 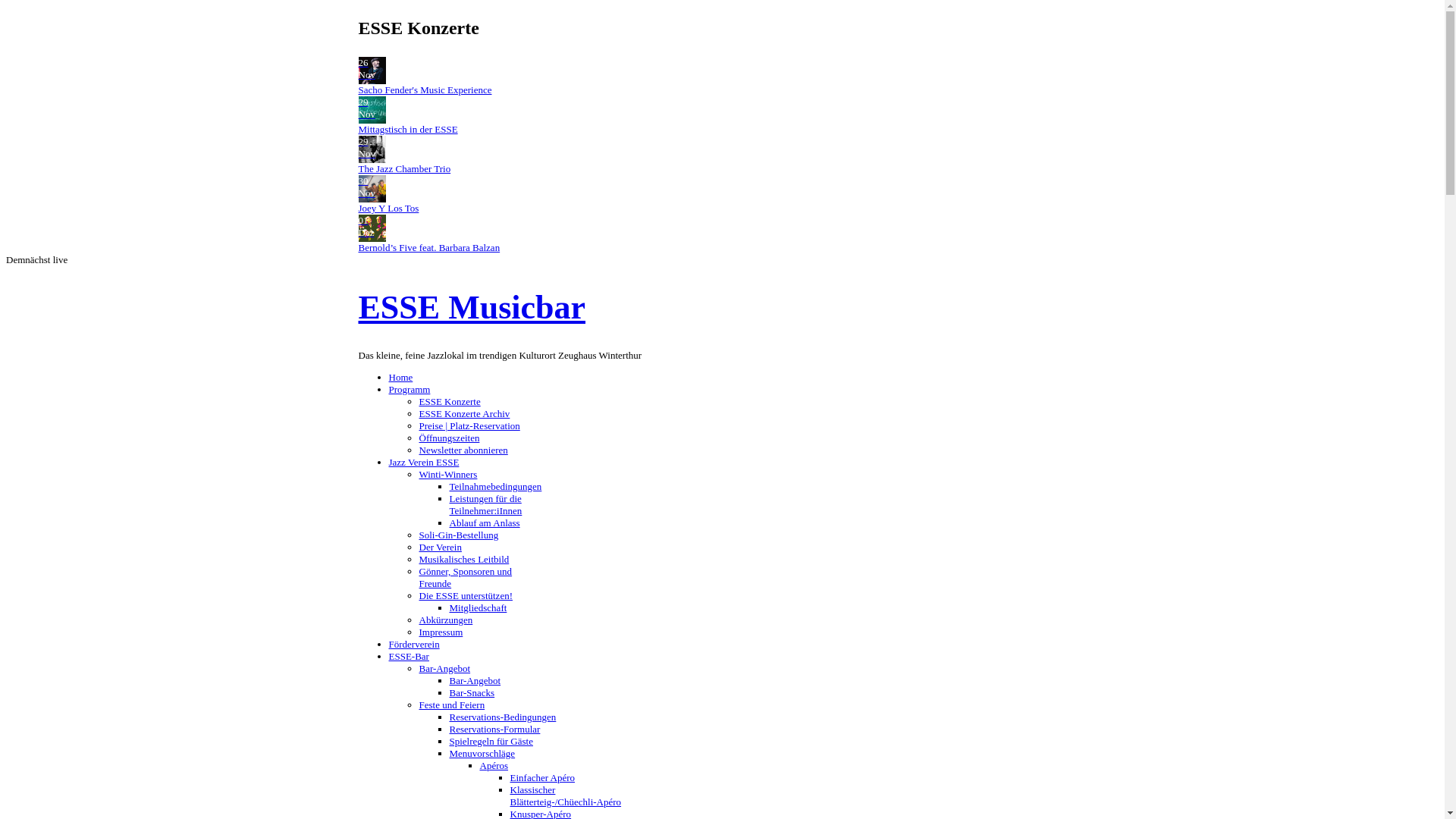 What do you see at coordinates (408, 655) in the screenshot?
I see `'ESSE-Bar'` at bounding box center [408, 655].